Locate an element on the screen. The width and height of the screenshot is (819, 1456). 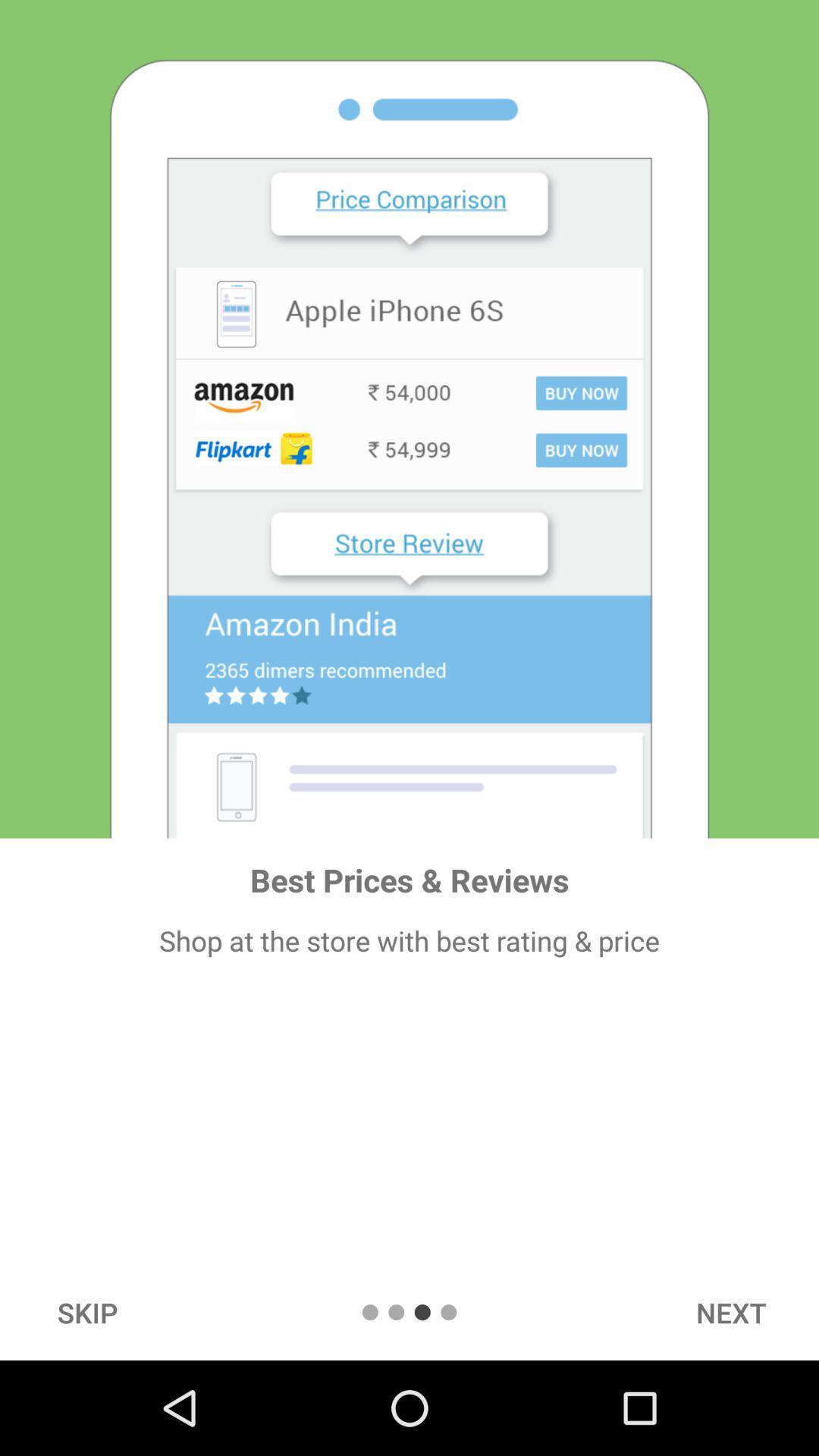
the next item is located at coordinates (730, 1312).